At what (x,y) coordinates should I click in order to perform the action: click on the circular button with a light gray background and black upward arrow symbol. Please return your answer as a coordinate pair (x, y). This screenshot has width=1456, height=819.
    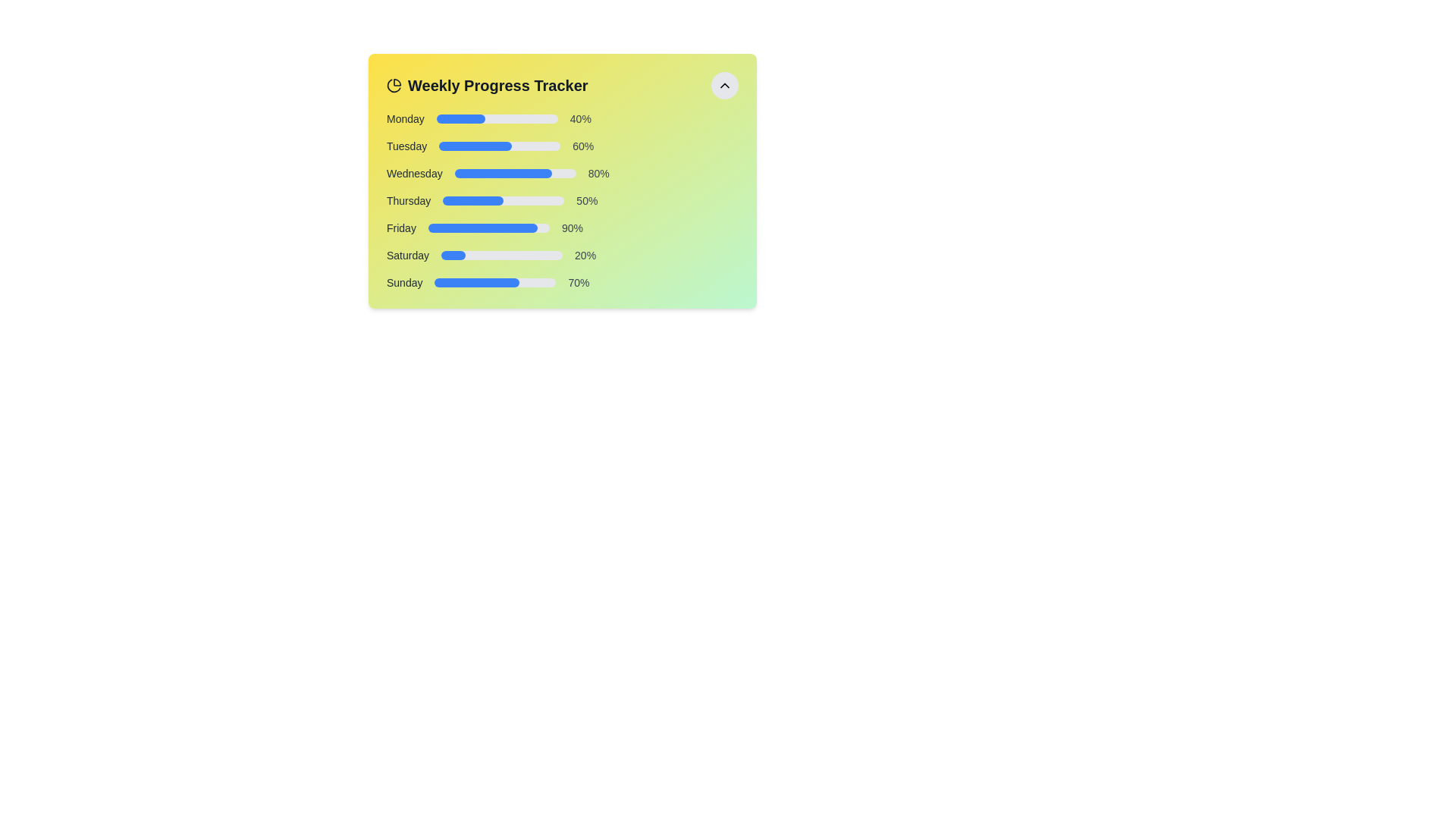
    Looking at the image, I should click on (723, 85).